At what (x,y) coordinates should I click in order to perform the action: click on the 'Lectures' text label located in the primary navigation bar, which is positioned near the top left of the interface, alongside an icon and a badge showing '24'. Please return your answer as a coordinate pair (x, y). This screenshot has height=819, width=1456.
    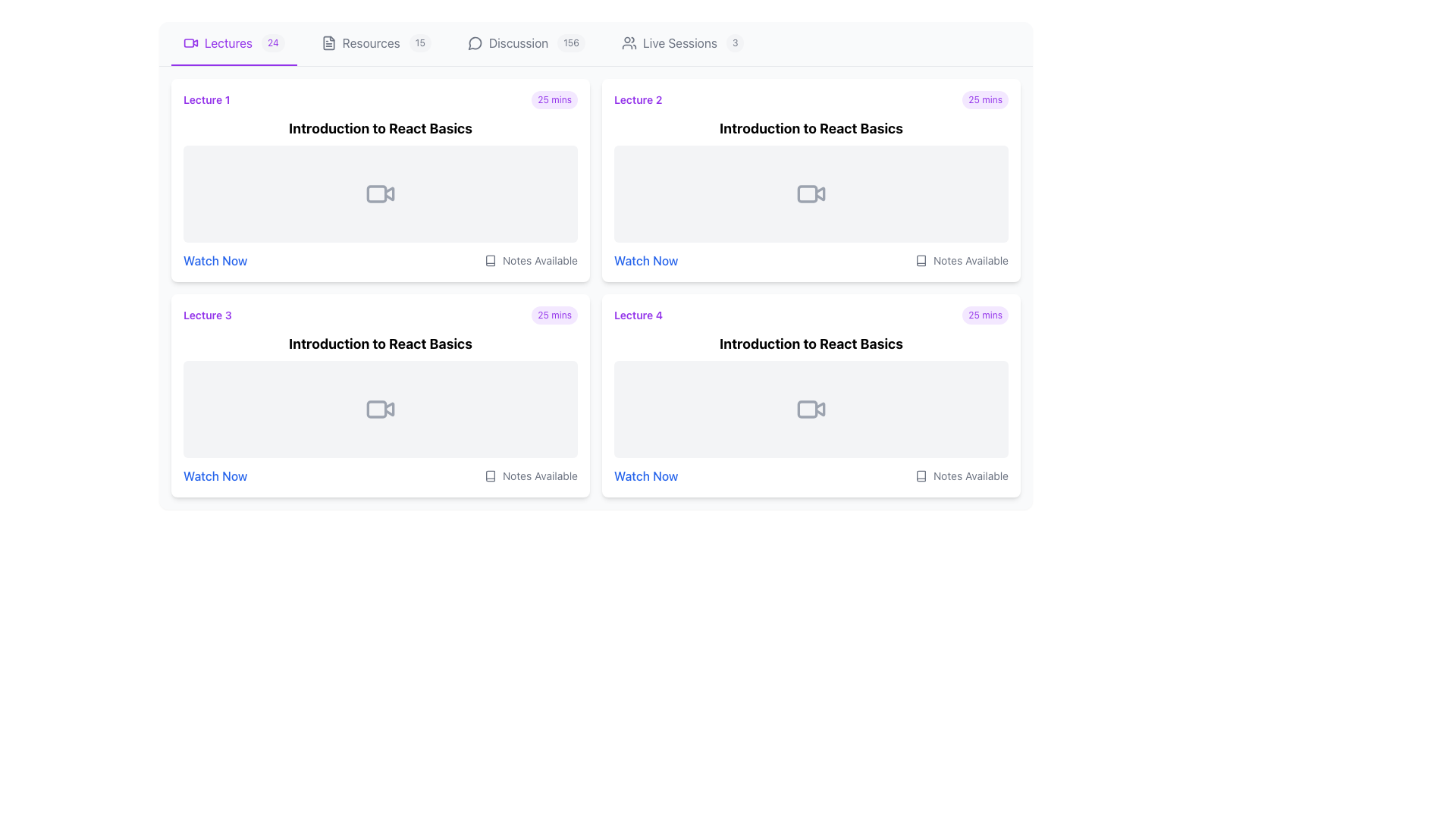
    Looking at the image, I should click on (227, 42).